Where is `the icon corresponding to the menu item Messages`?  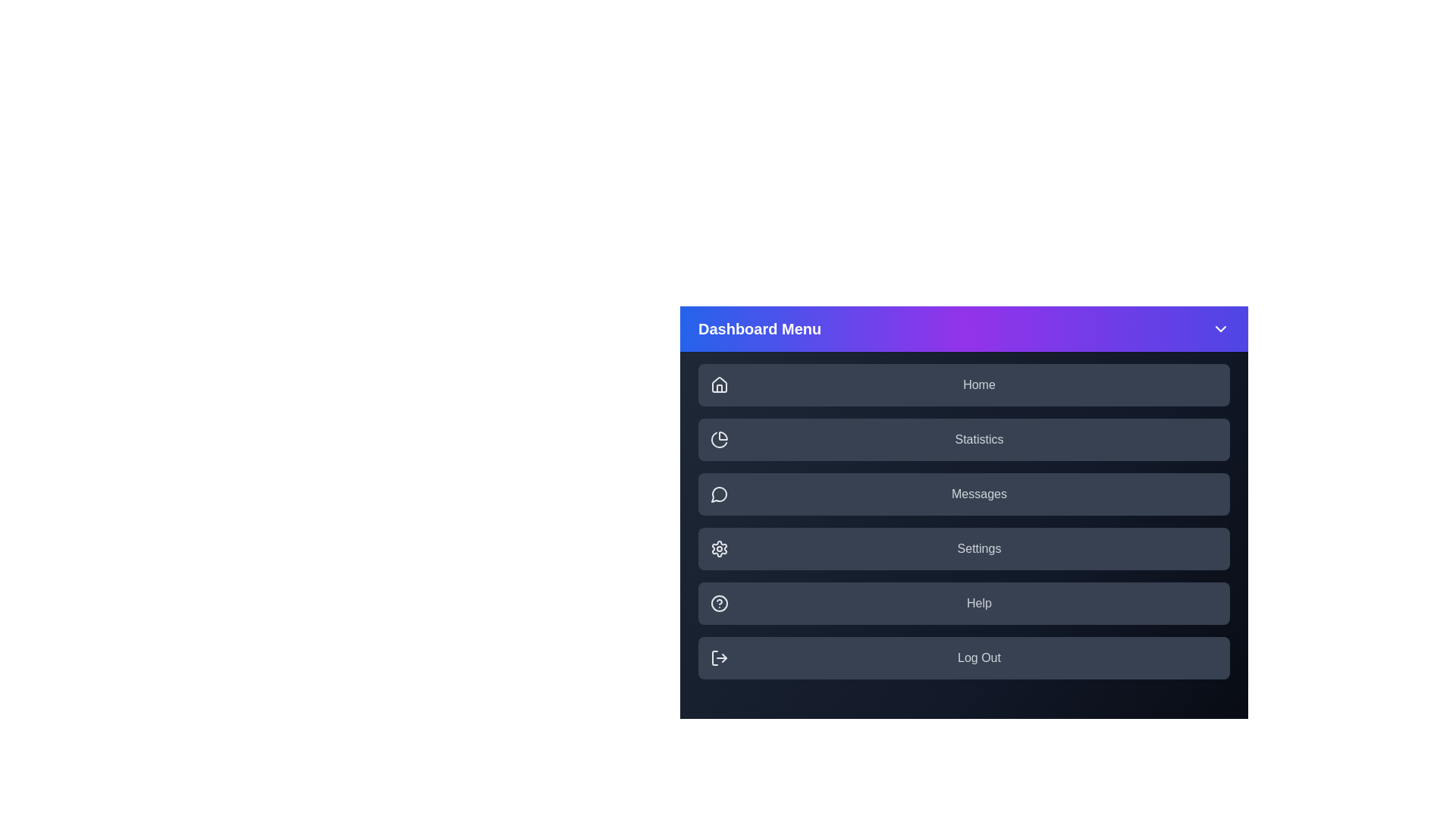 the icon corresponding to the menu item Messages is located at coordinates (719, 494).